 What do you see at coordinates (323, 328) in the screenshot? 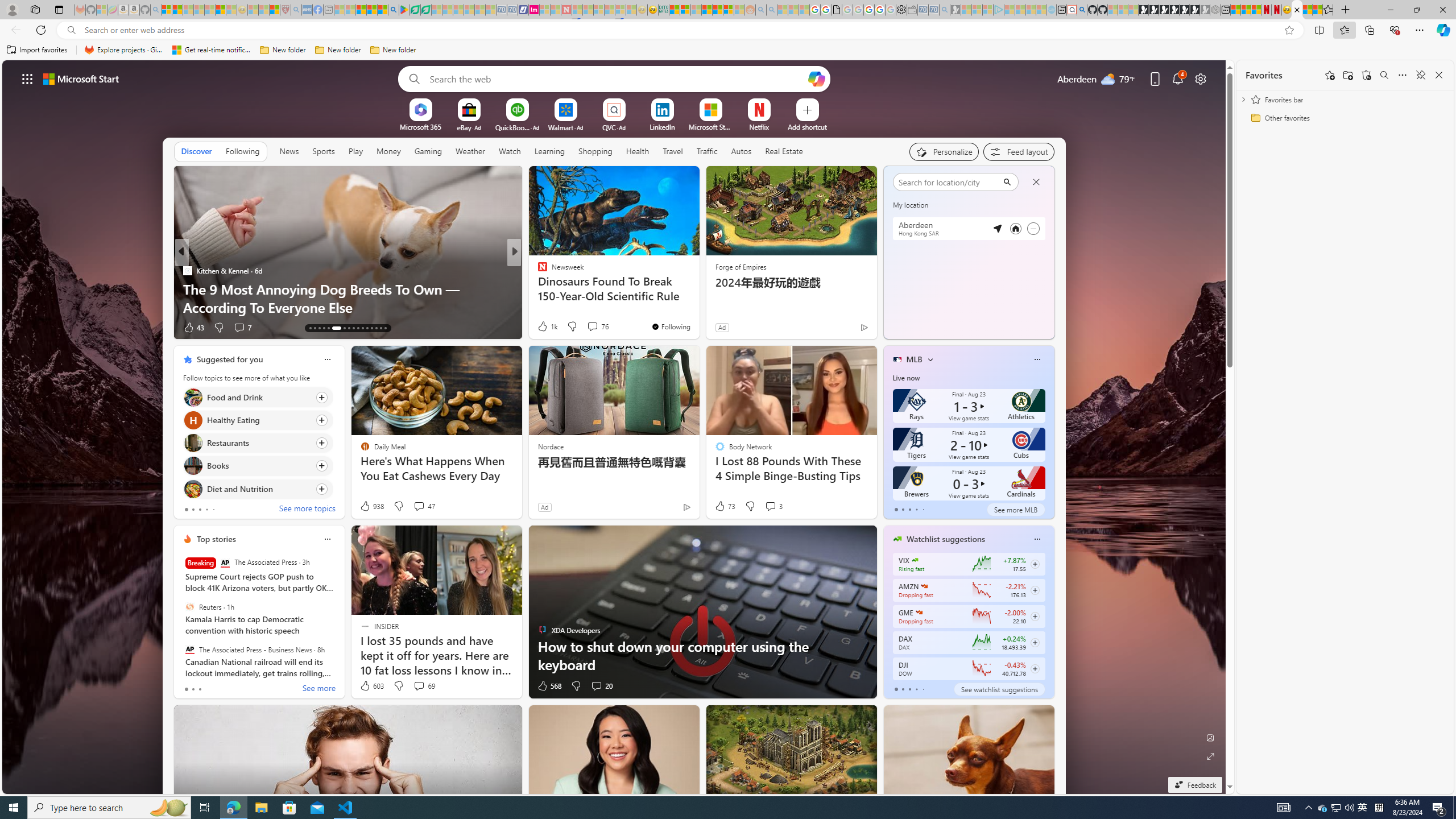
I see `'AutomationID: tab-16'` at bounding box center [323, 328].